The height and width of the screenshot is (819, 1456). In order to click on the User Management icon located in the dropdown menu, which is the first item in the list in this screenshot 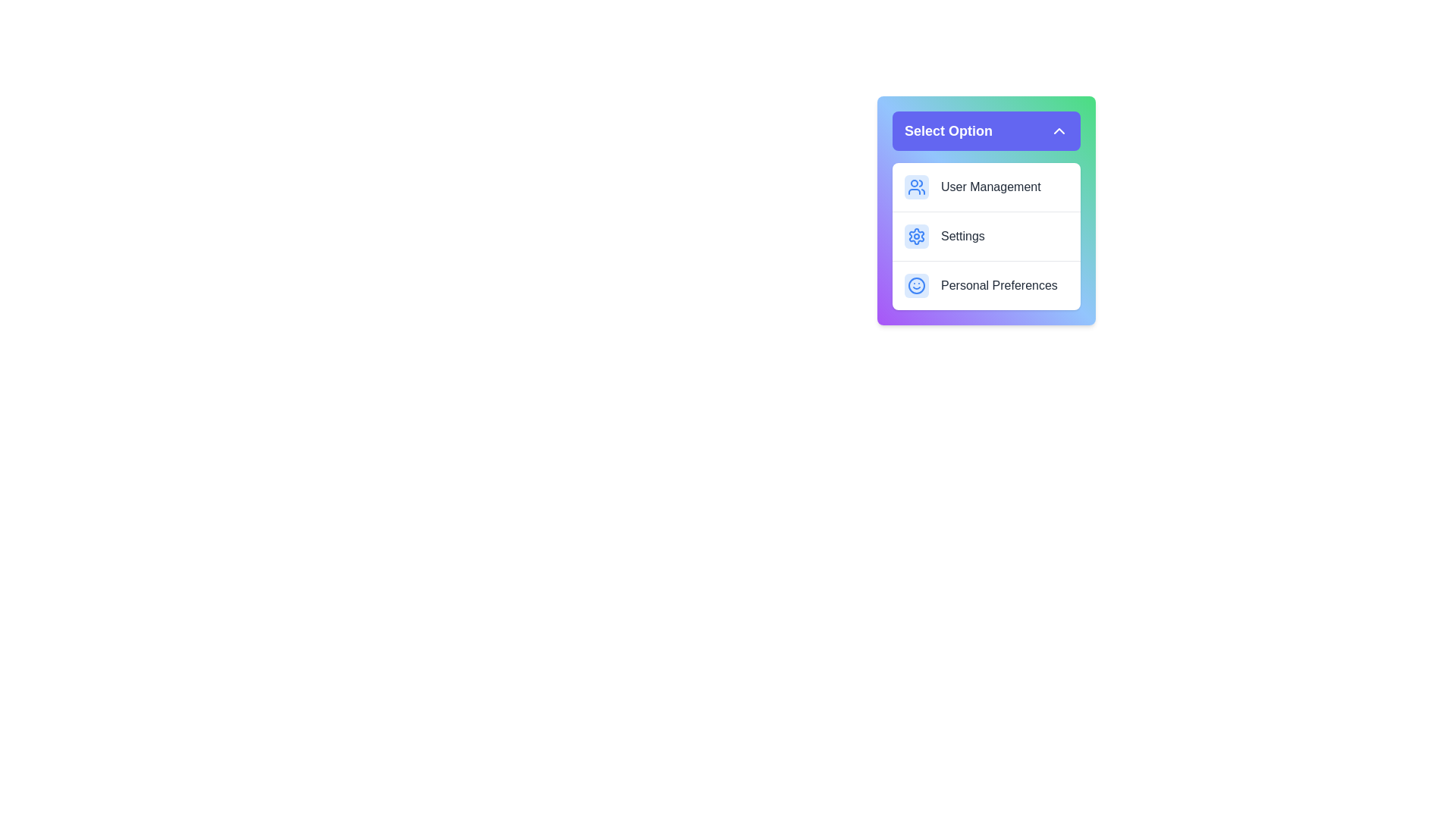, I will do `click(916, 186)`.